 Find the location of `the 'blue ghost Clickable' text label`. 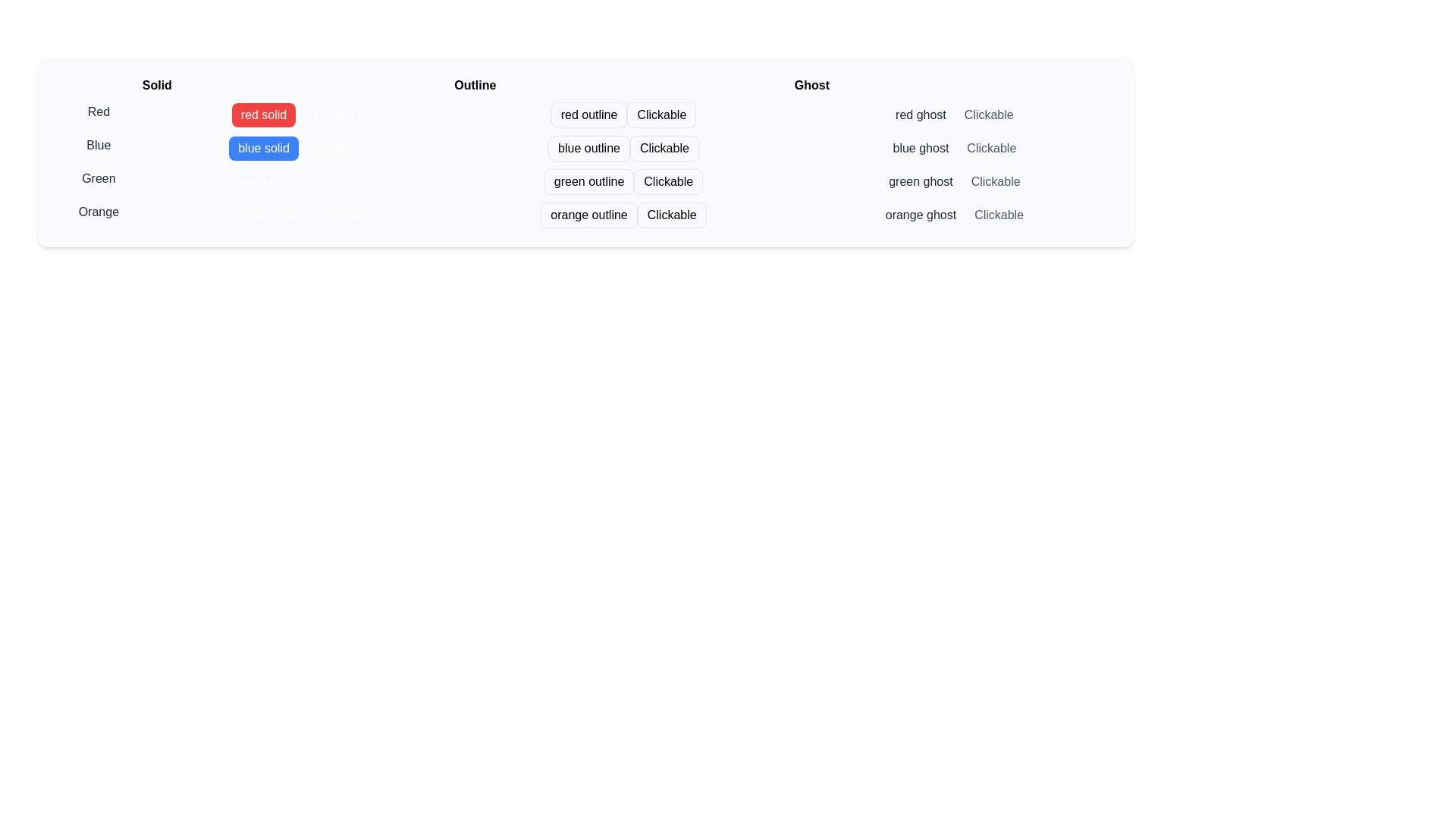

the 'blue ghost Clickable' text label is located at coordinates (952, 146).